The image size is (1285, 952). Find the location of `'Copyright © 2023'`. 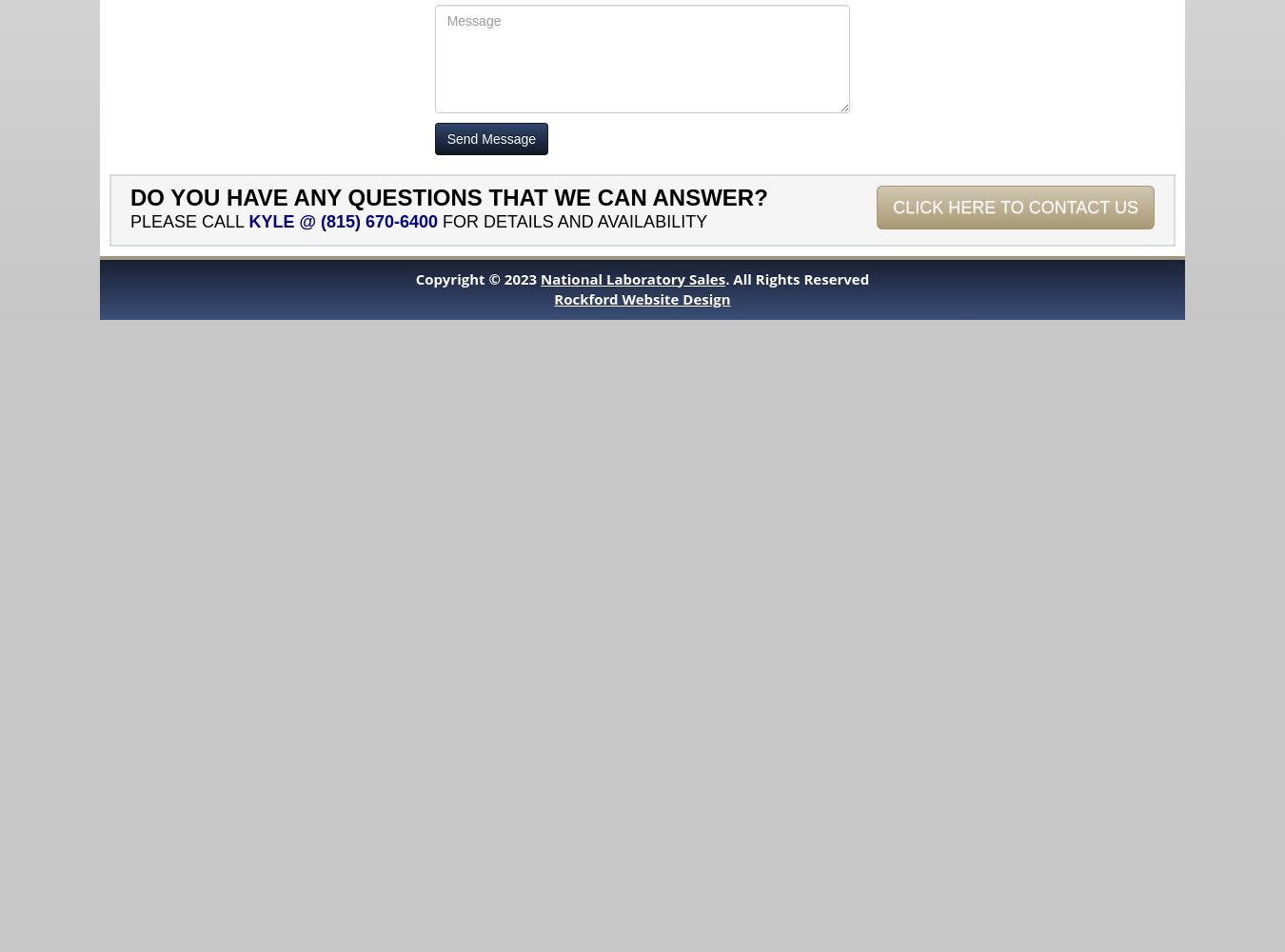

'Copyright © 2023' is located at coordinates (415, 278).